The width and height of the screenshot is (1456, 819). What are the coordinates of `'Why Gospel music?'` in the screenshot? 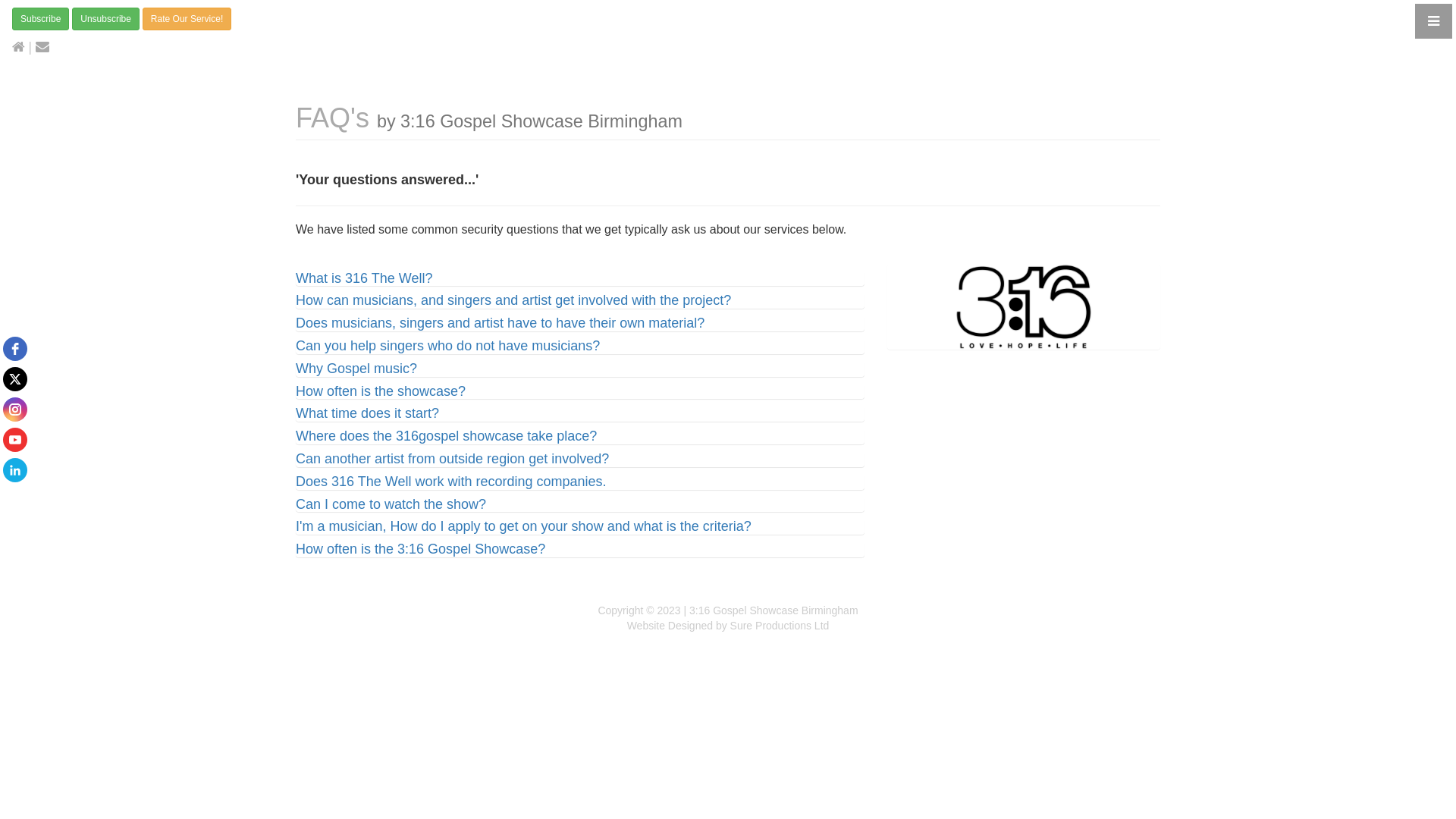 It's located at (356, 369).